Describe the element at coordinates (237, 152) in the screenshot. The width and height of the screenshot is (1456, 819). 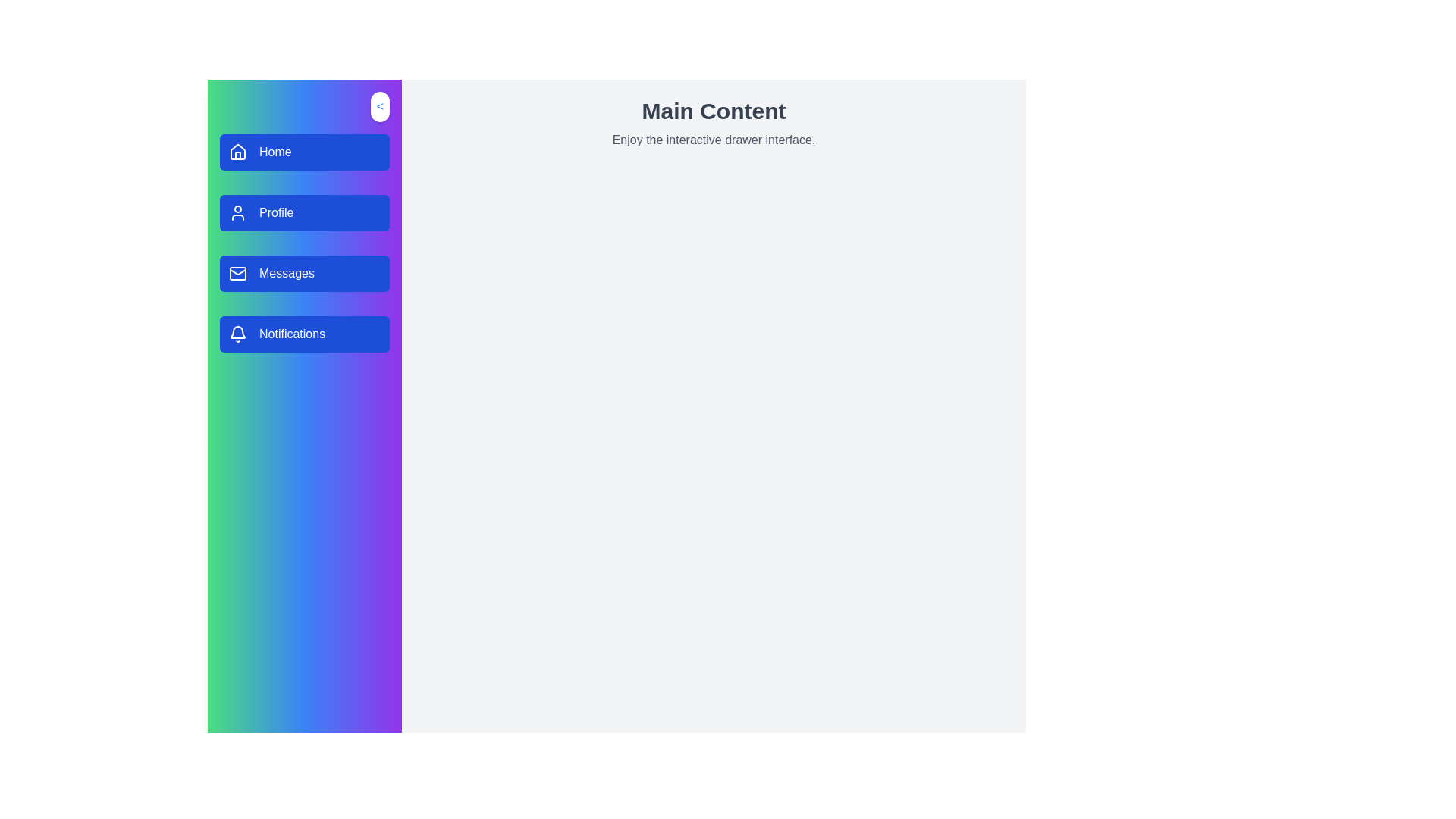
I see `the 'Home' button, which contains the triangular roof icon of the house-shaped graphic located in the top-left sidebar` at that location.